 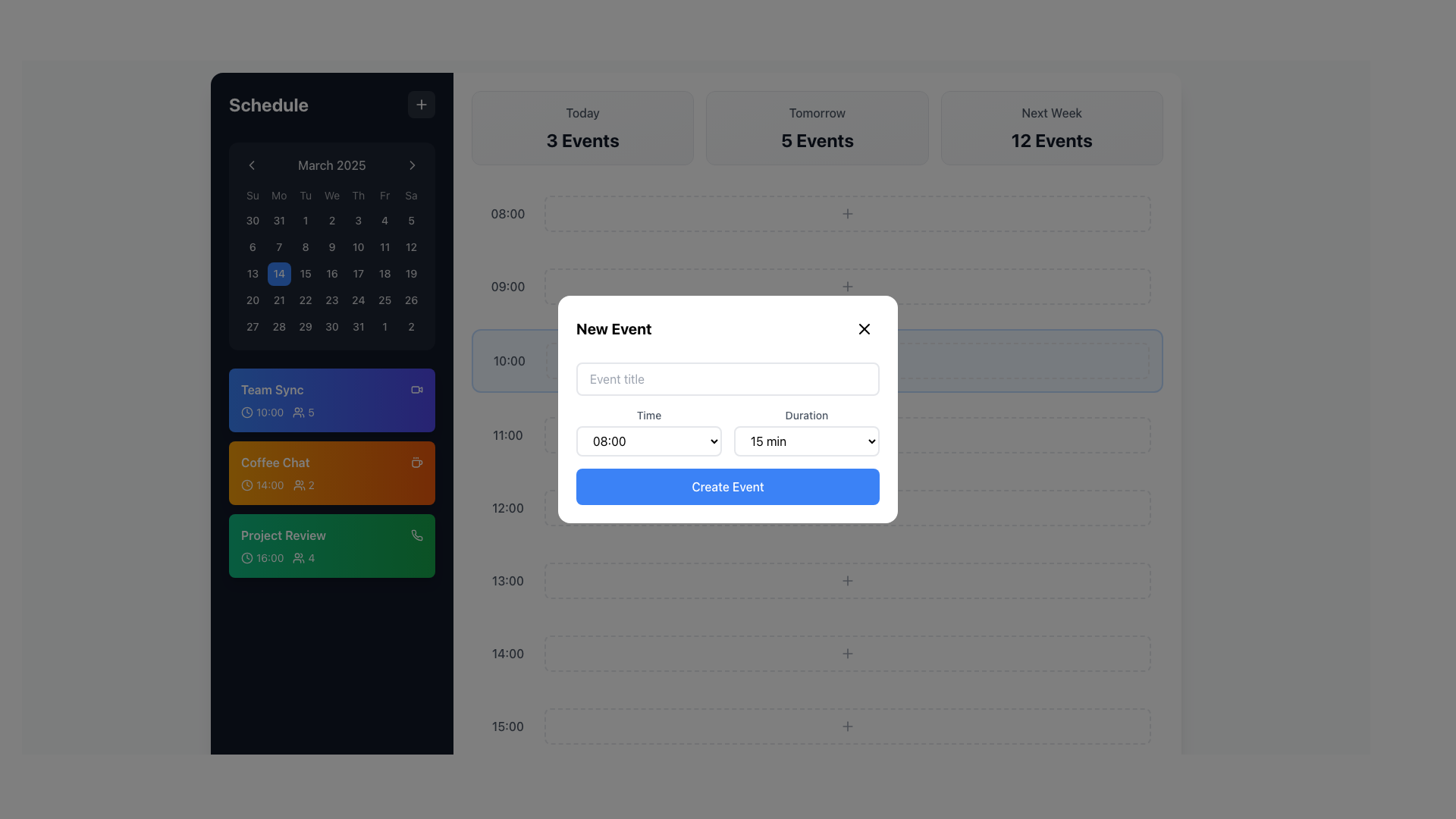 What do you see at coordinates (279, 325) in the screenshot?
I see `the '28th' day button` at bounding box center [279, 325].